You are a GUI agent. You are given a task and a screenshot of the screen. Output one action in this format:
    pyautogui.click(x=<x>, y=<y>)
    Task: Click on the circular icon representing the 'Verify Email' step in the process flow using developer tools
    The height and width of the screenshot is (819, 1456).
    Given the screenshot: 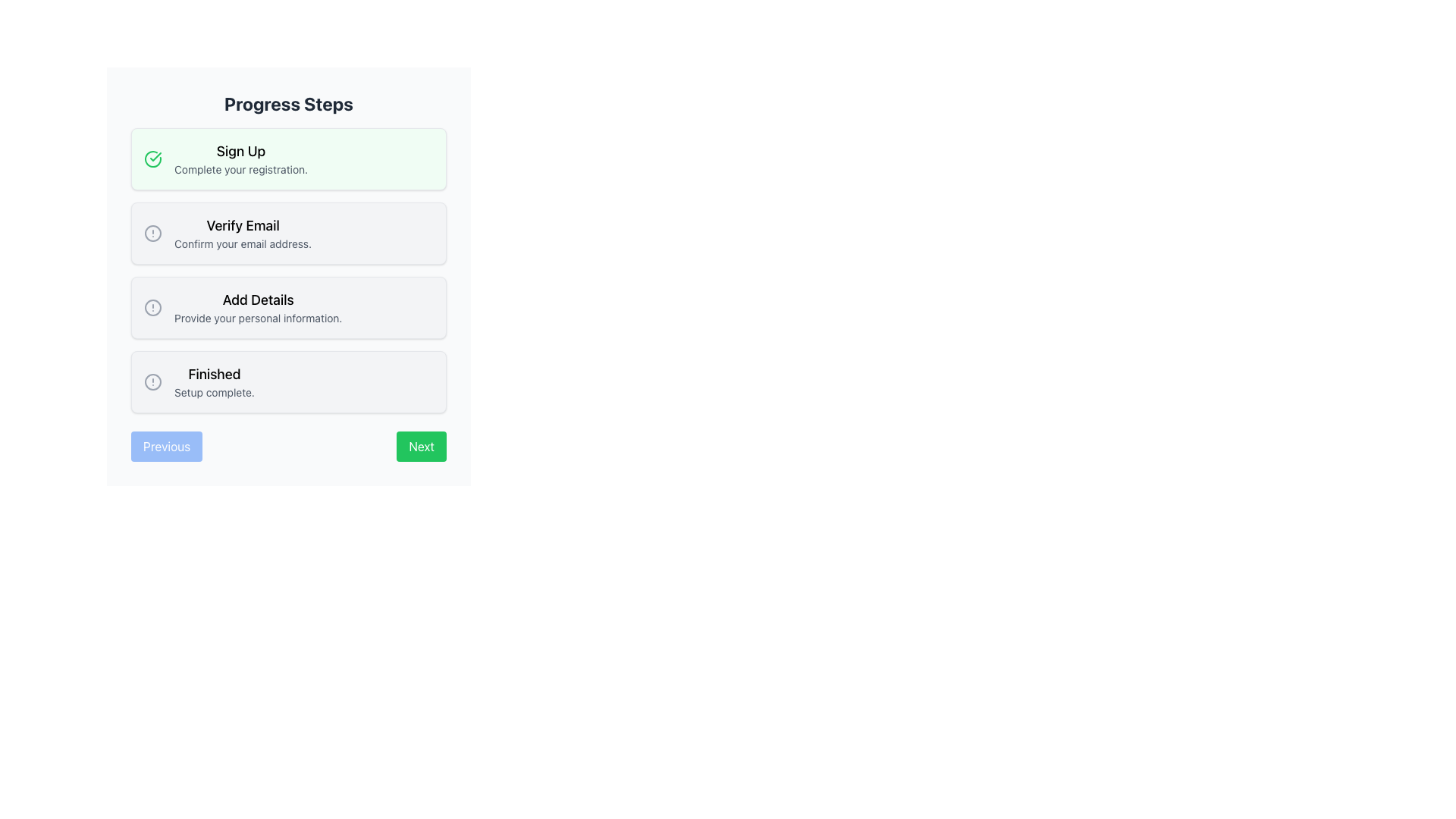 What is the action you would take?
    pyautogui.click(x=152, y=234)
    